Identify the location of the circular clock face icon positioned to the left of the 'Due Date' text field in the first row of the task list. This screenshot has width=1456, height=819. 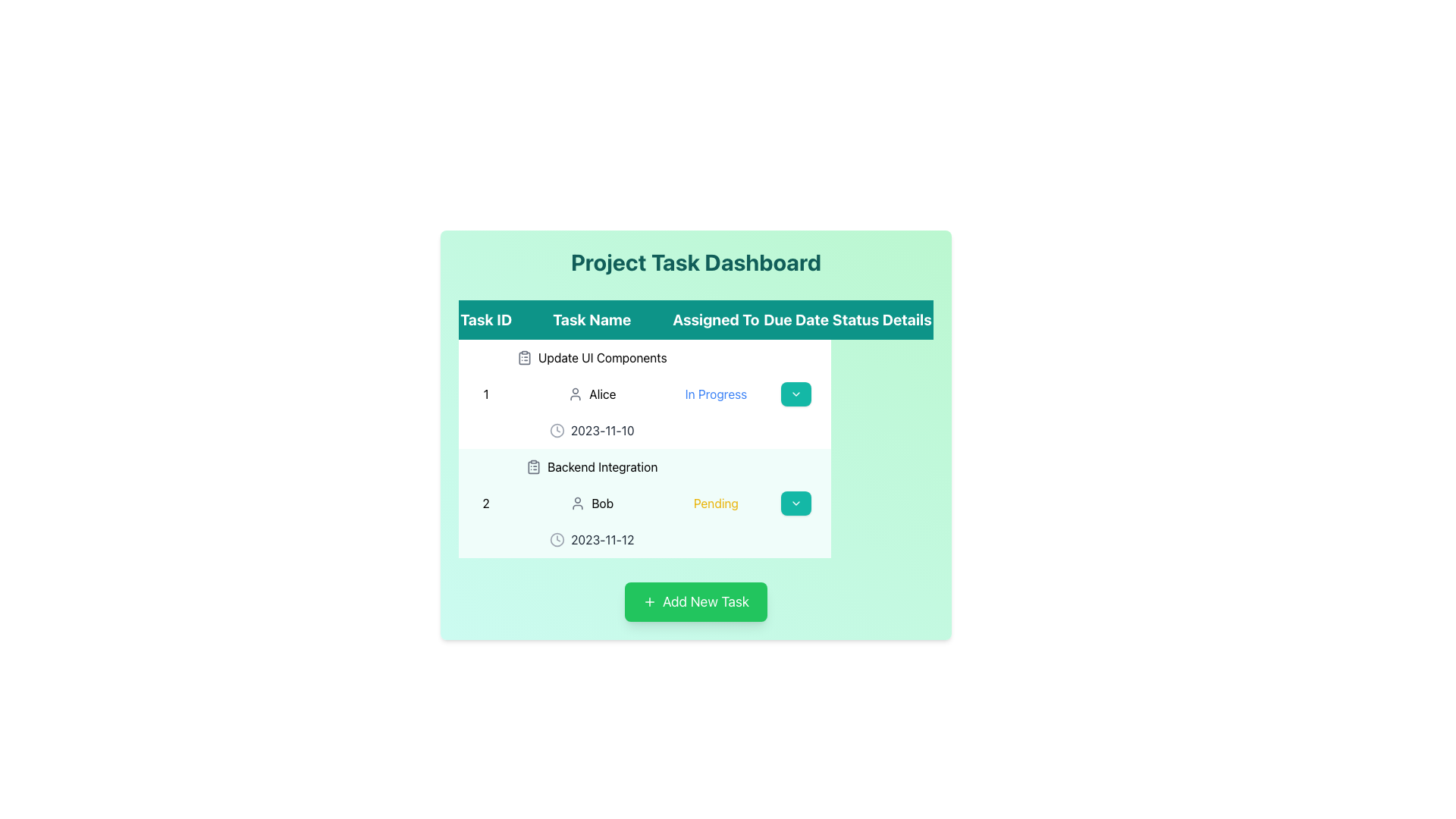
(556, 430).